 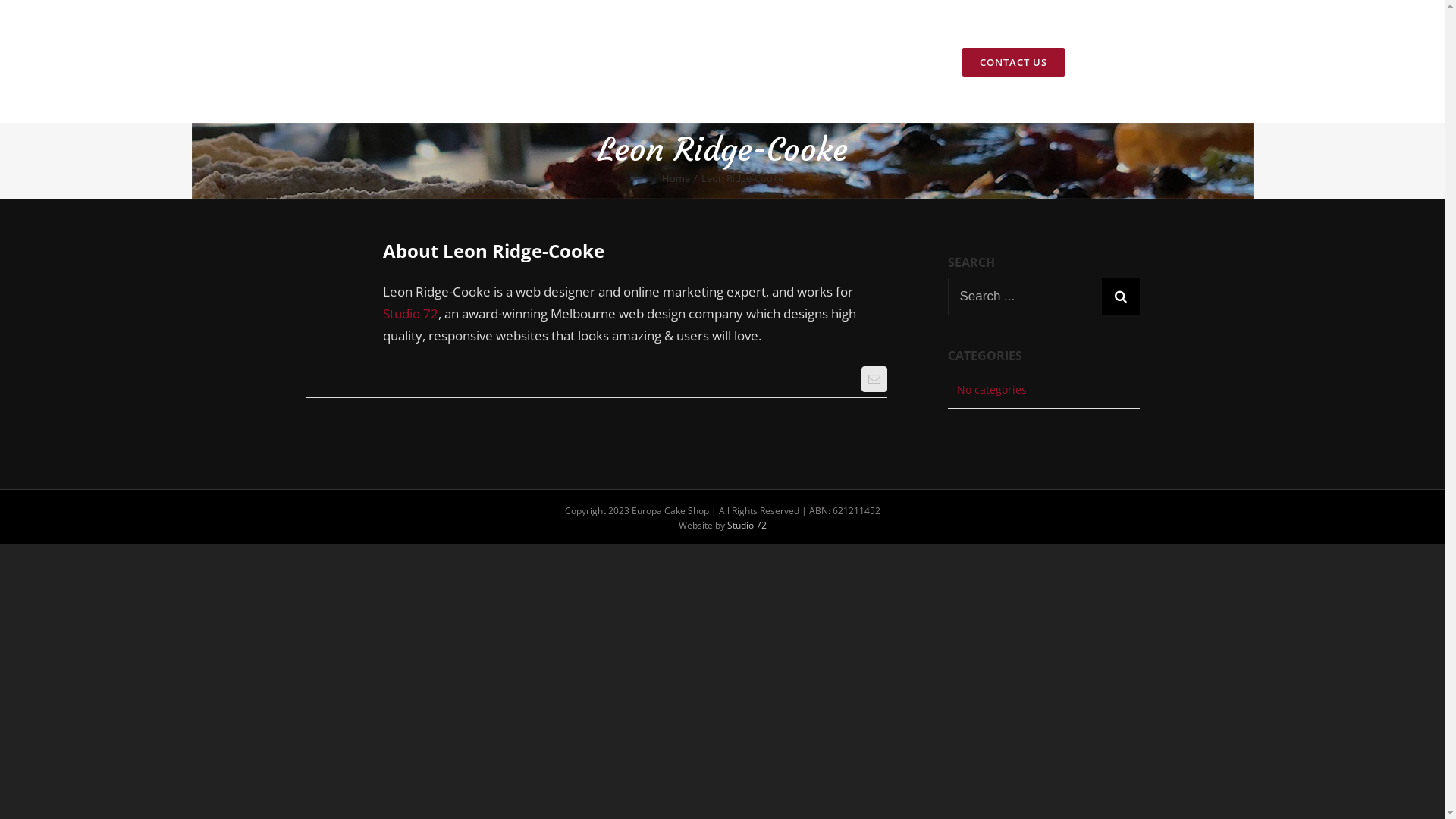 What do you see at coordinates (753, 61) in the screenshot?
I see `'OUR STORY'` at bounding box center [753, 61].